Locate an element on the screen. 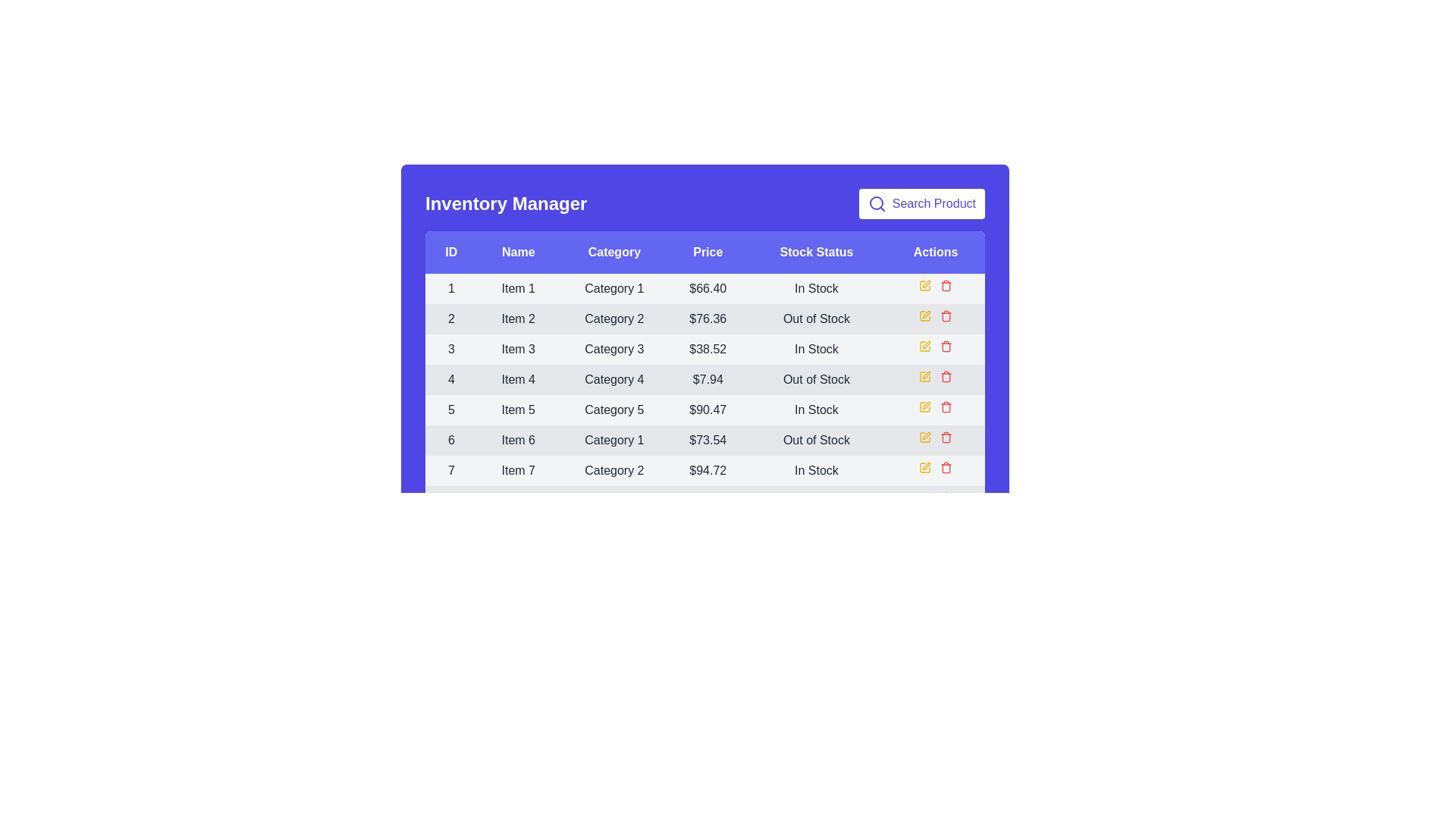  the text 'Item 1' in the first row of the table to select it for copying is located at coordinates (517, 289).